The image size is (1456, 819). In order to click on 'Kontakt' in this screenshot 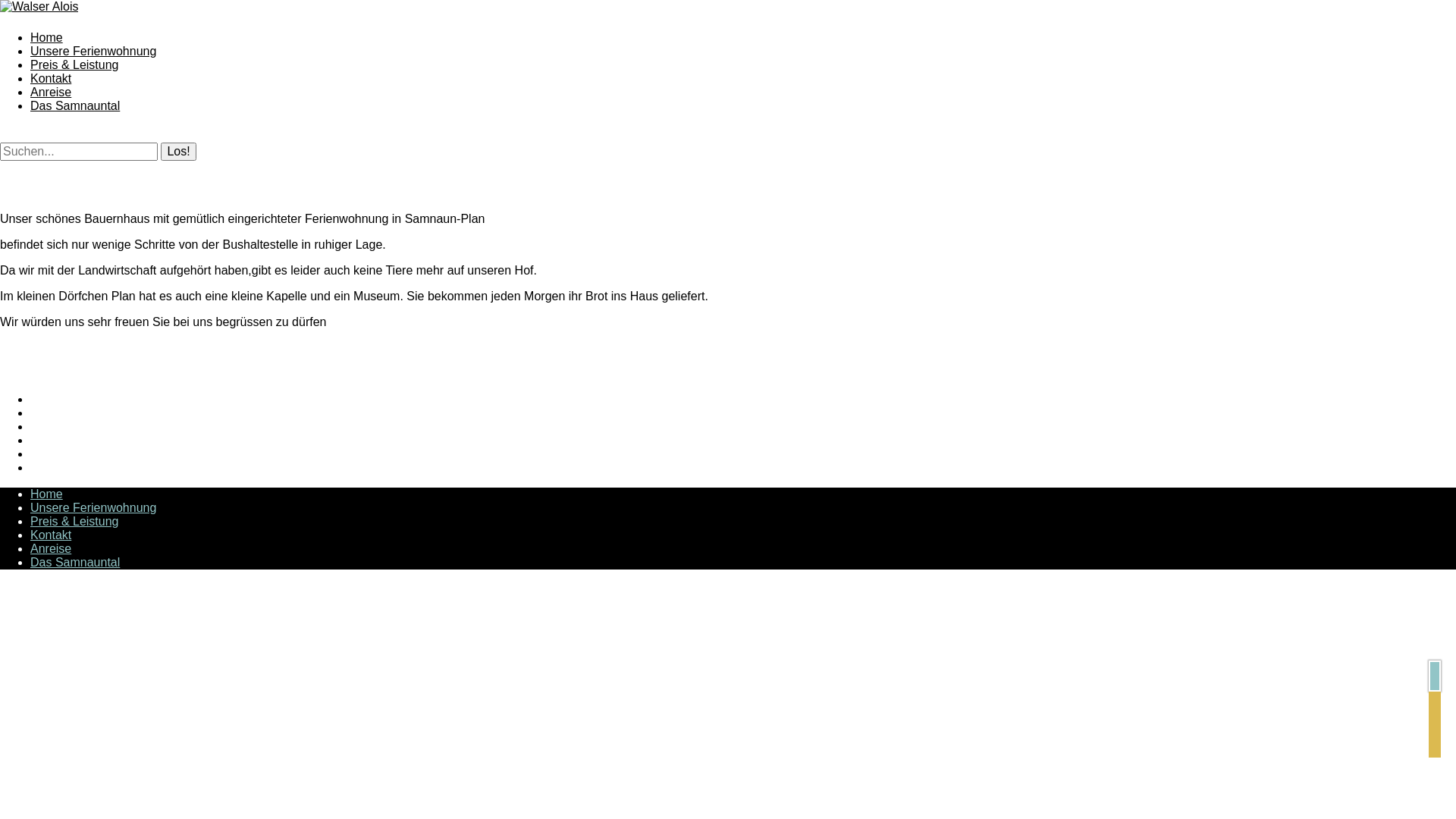, I will do `click(51, 534)`.